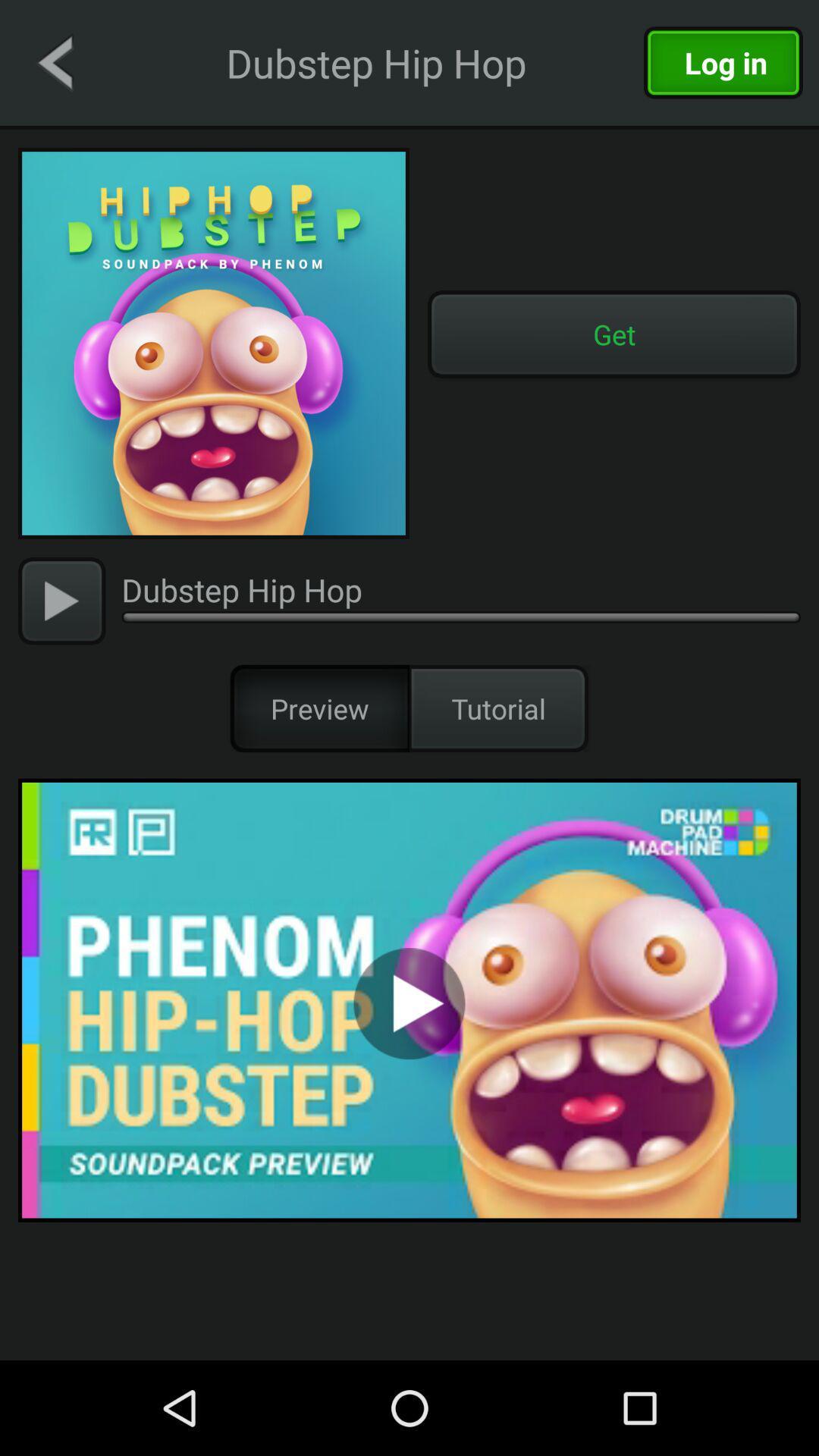 This screenshot has height=1456, width=819. I want to click on next, so click(61, 600).